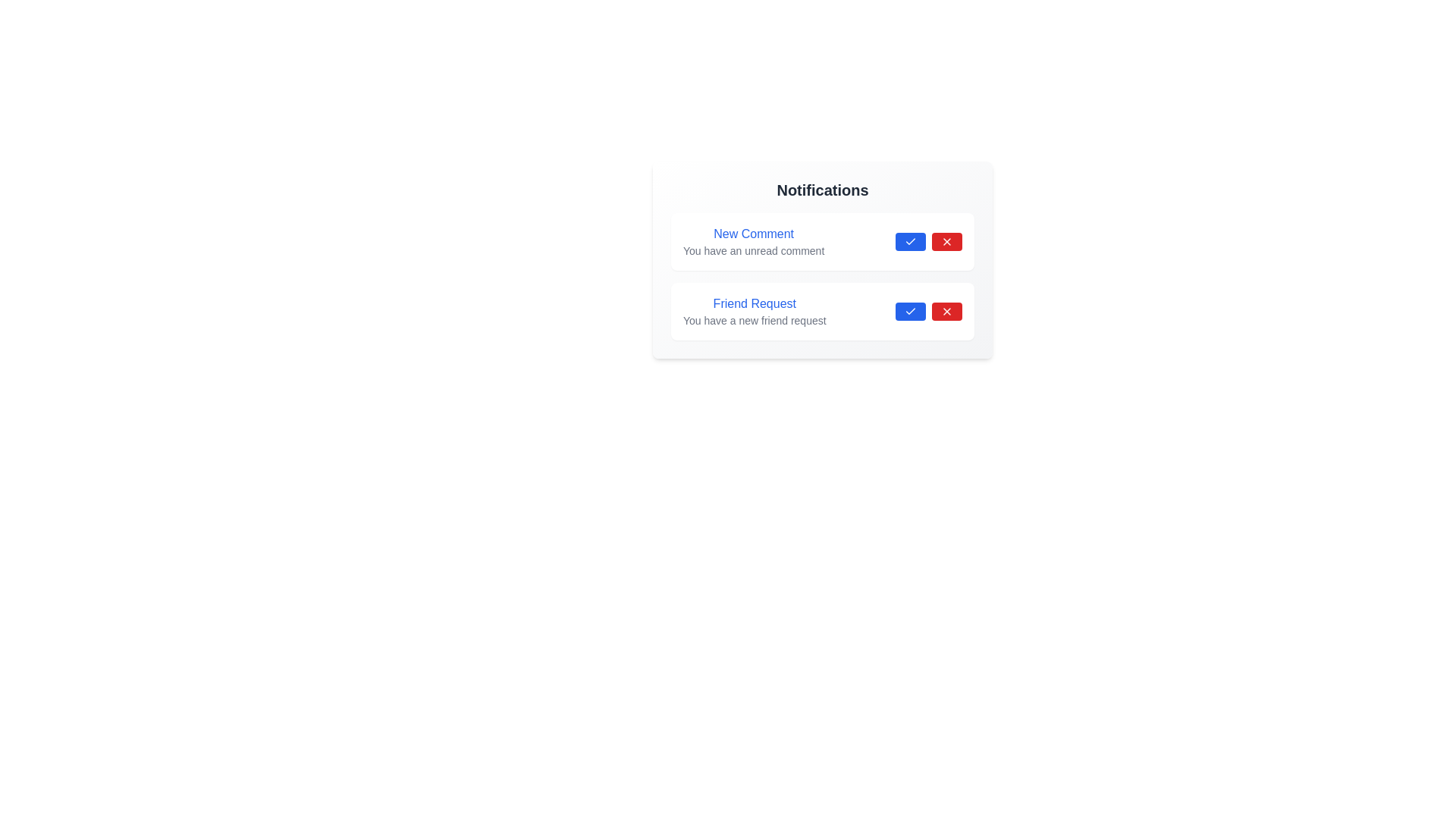 The width and height of the screenshot is (1456, 819). I want to click on the dismiss button located to the right of the blue check mark in the 'New Comment' notification card, so click(946, 241).